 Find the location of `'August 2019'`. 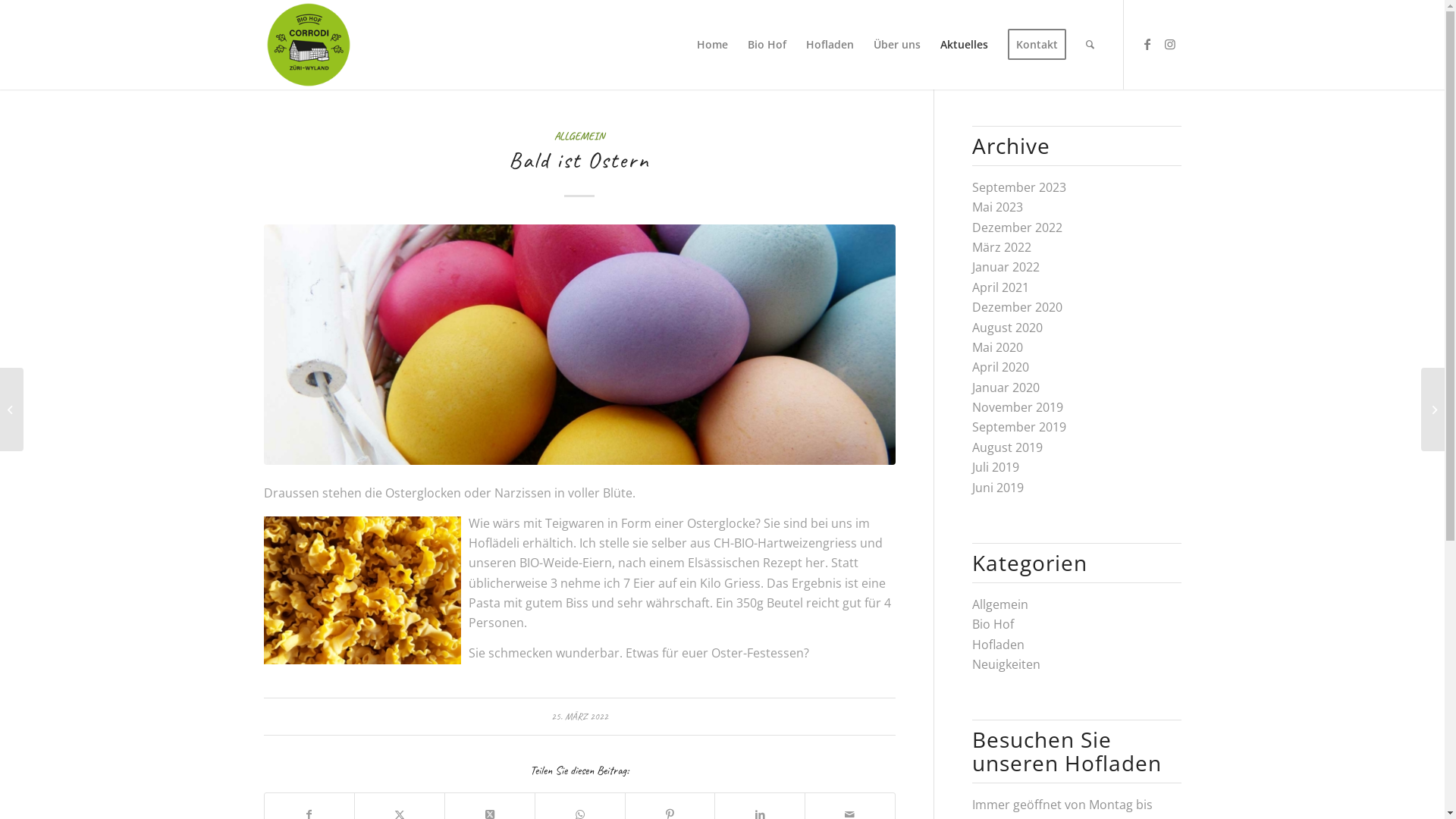

'August 2019' is located at coordinates (1007, 447).